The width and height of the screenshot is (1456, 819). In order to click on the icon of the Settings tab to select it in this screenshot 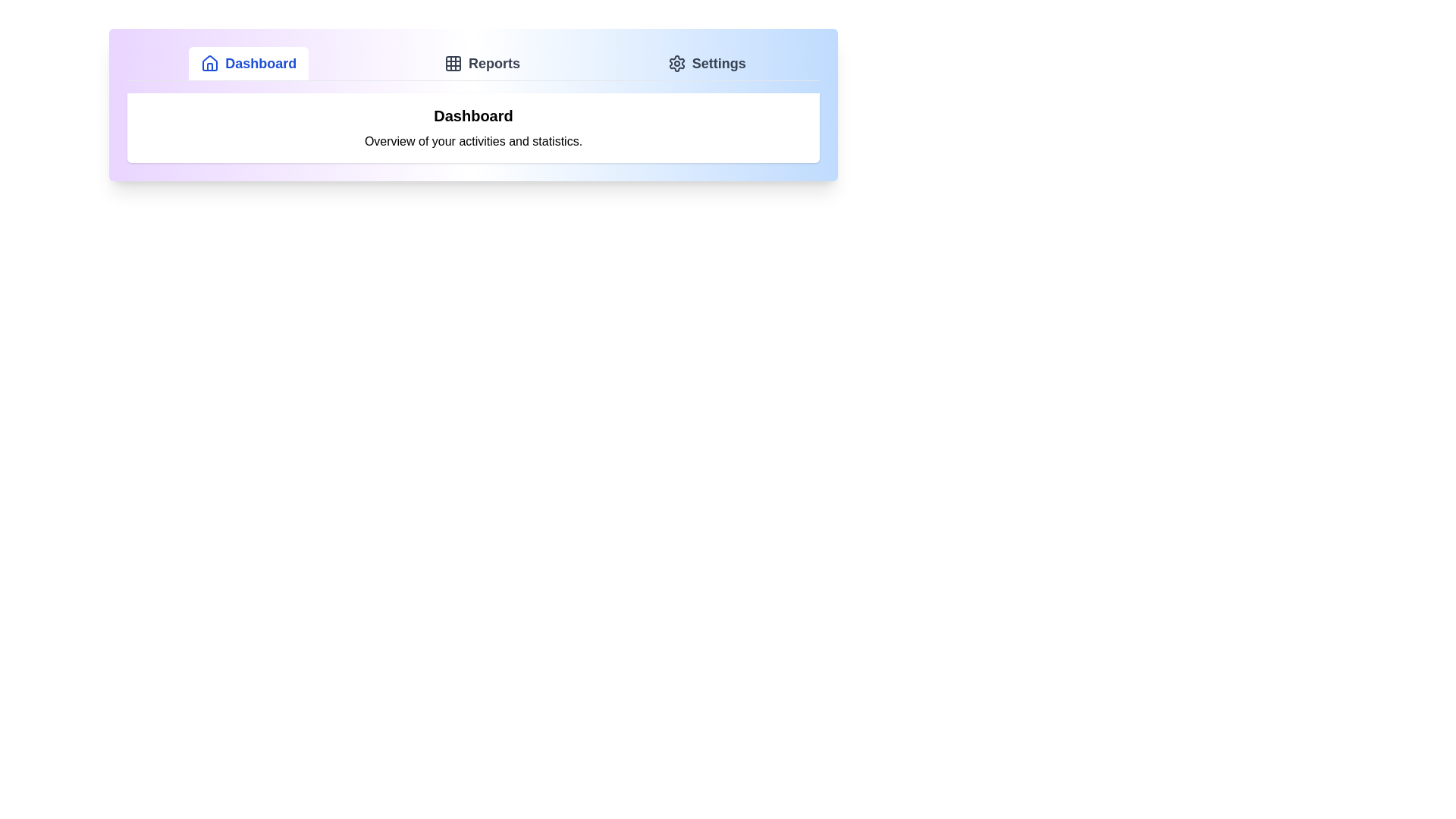, I will do `click(676, 63)`.